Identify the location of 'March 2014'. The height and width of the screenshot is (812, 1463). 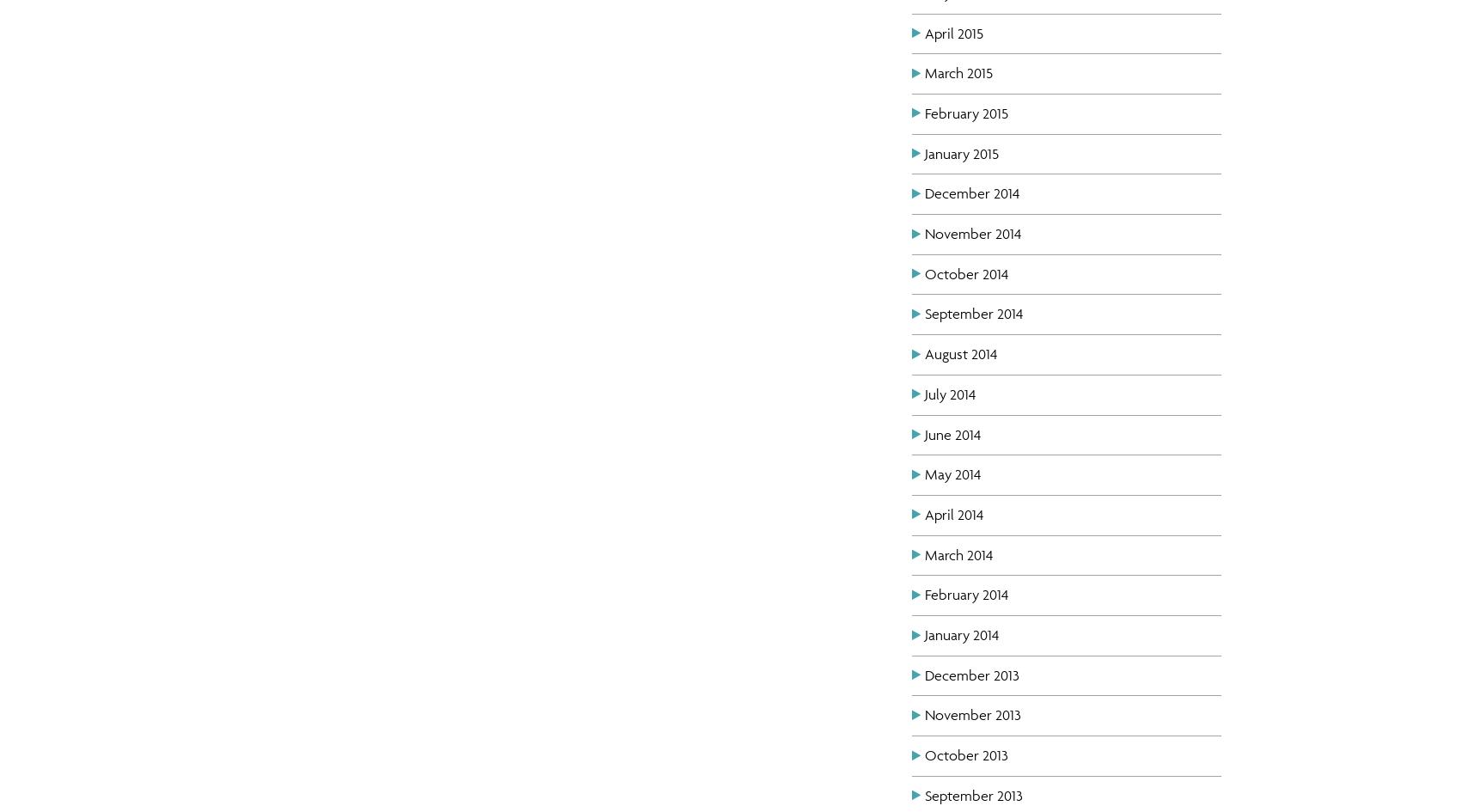
(958, 553).